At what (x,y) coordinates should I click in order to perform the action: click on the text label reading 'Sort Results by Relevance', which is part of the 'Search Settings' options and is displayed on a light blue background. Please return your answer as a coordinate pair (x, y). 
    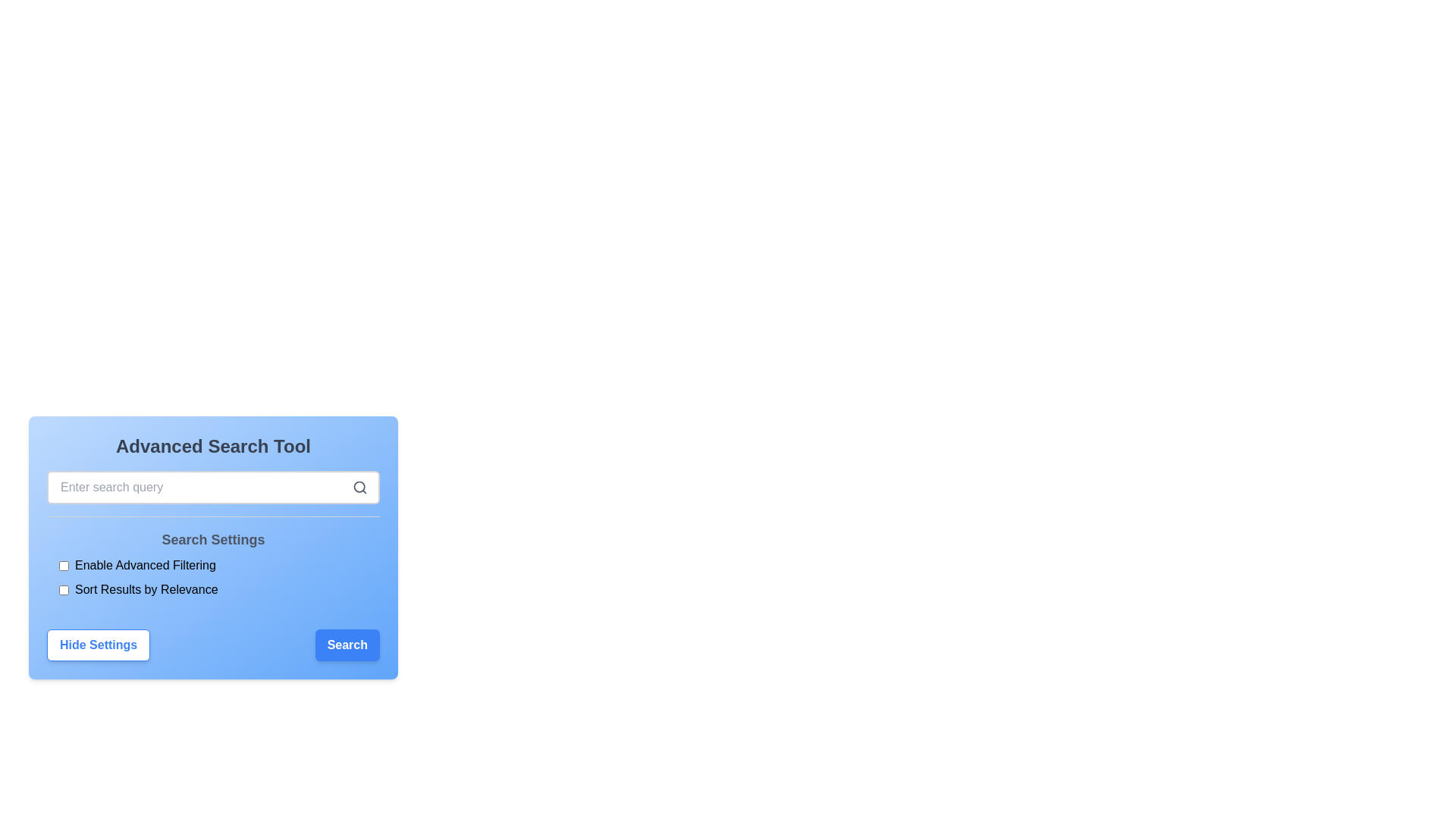
    Looking at the image, I should click on (146, 589).